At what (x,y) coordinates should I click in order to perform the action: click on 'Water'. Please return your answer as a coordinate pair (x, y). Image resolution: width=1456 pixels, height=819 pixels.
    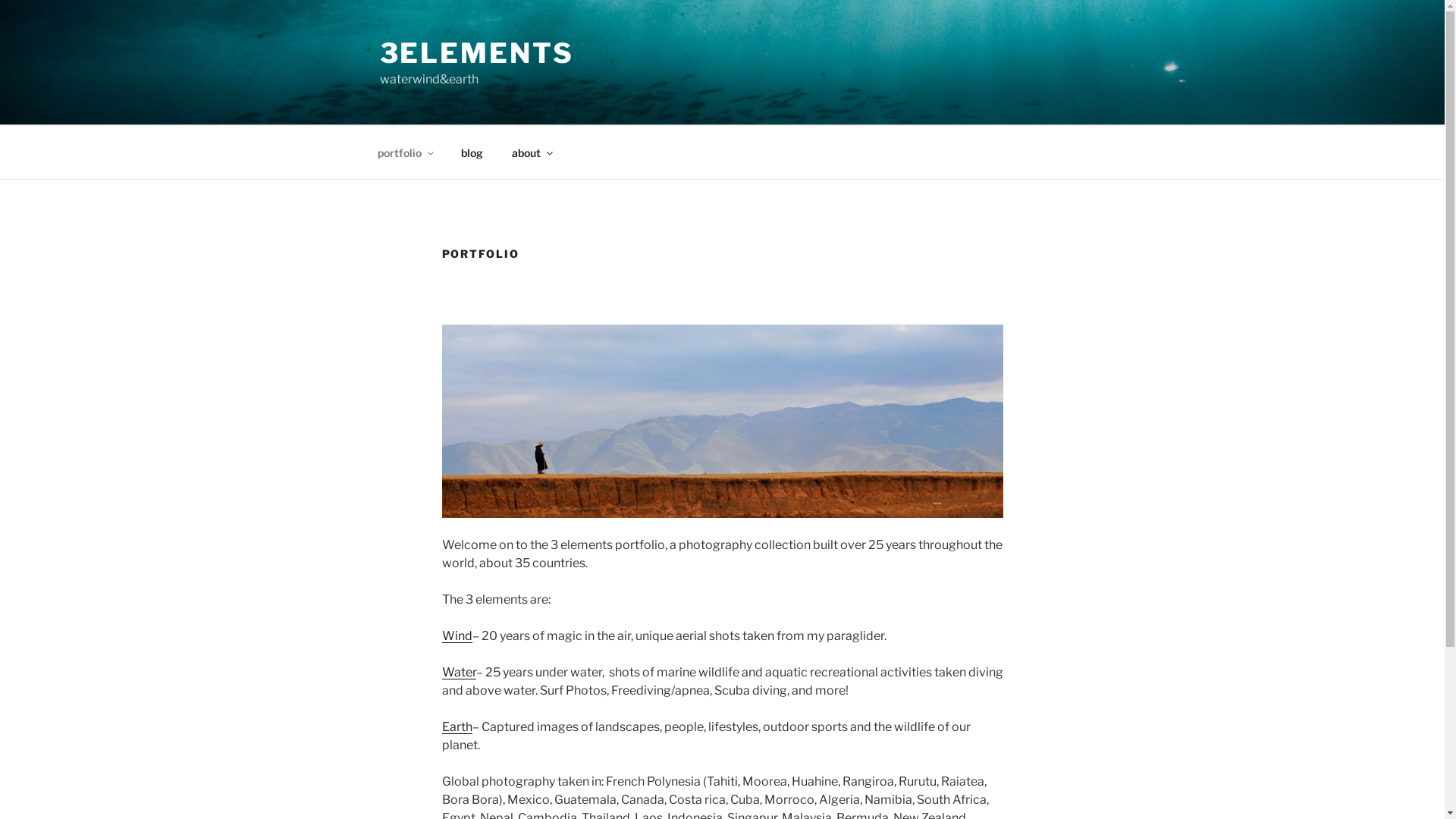
    Looking at the image, I should click on (440, 671).